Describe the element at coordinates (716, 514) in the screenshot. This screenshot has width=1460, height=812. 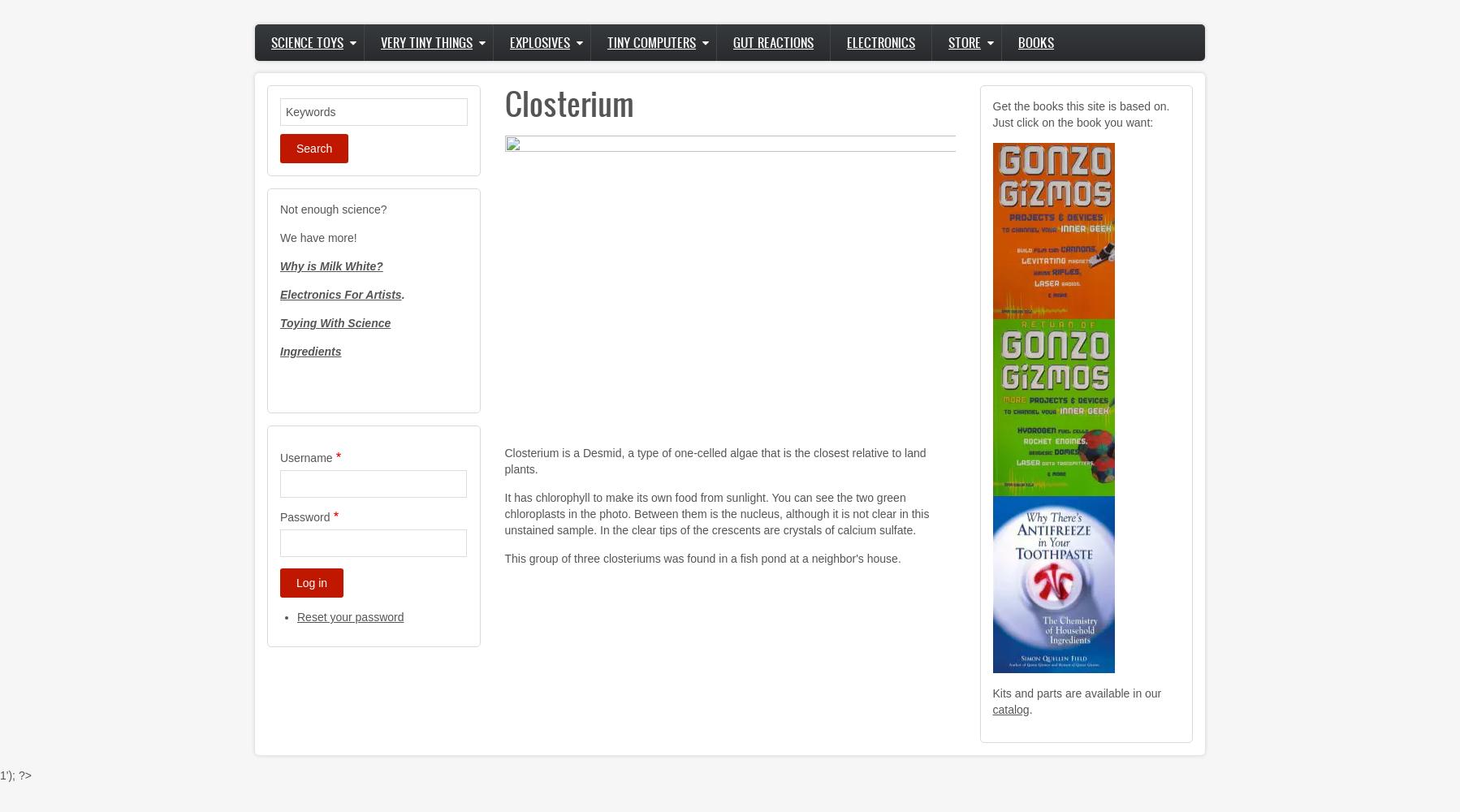
I see `'It has chlorophyll to make its own food from sunlight. You can see the two green chloroplasts in the photo. Between them is the nucleus, although it is not clear in this unstained sample. In the clear tips of the crescents are crystals of calcium sulfate.'` at that location.